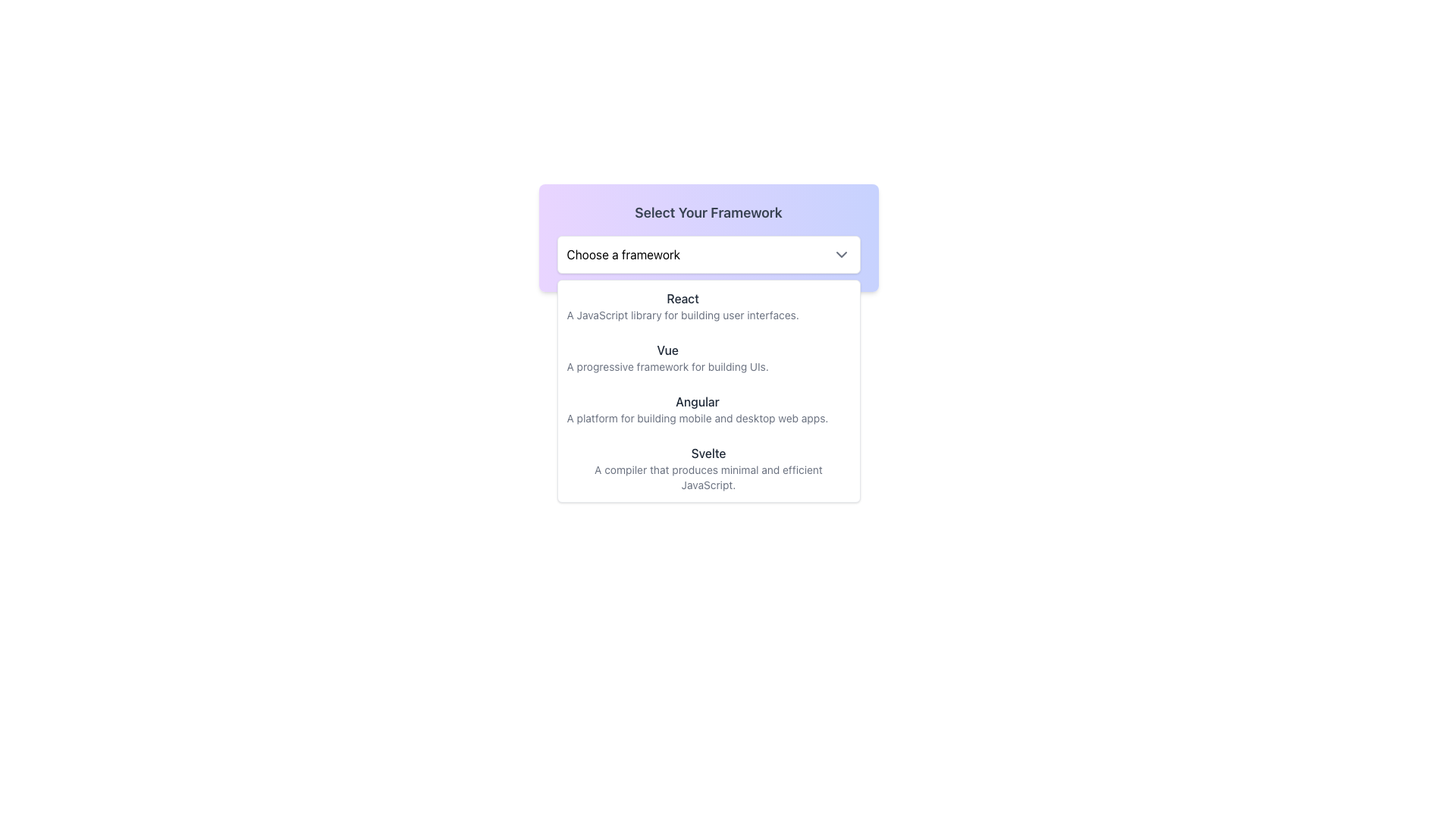 This screenshot has height=819, width=1456. Describe the element at coordinates (696, 418) in the screenshot. I see `textual description located below the title 'Angular', which states 'A platform for building mobile and desktop web apps.'` at that location.